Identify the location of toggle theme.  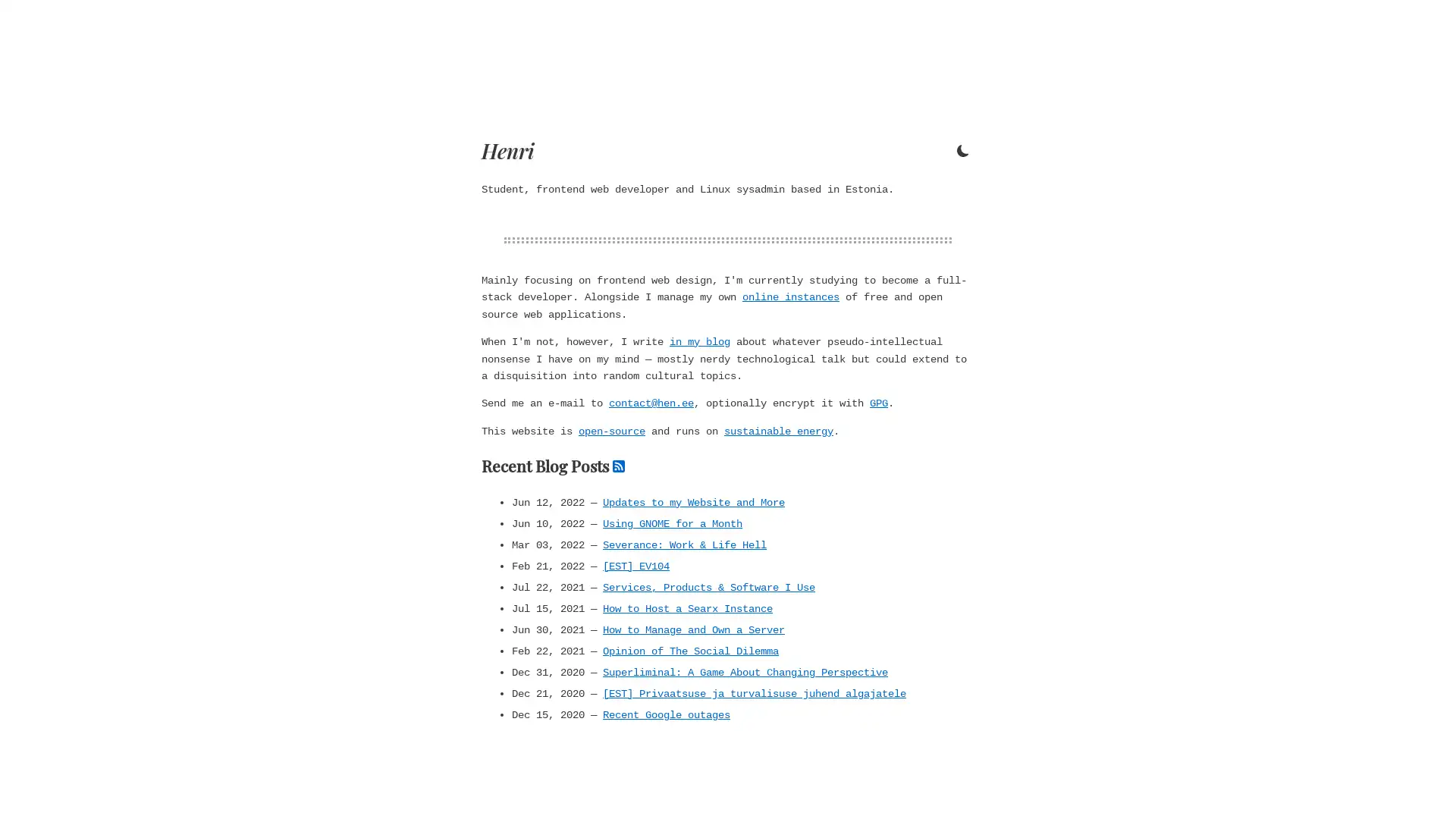
(962, 152).